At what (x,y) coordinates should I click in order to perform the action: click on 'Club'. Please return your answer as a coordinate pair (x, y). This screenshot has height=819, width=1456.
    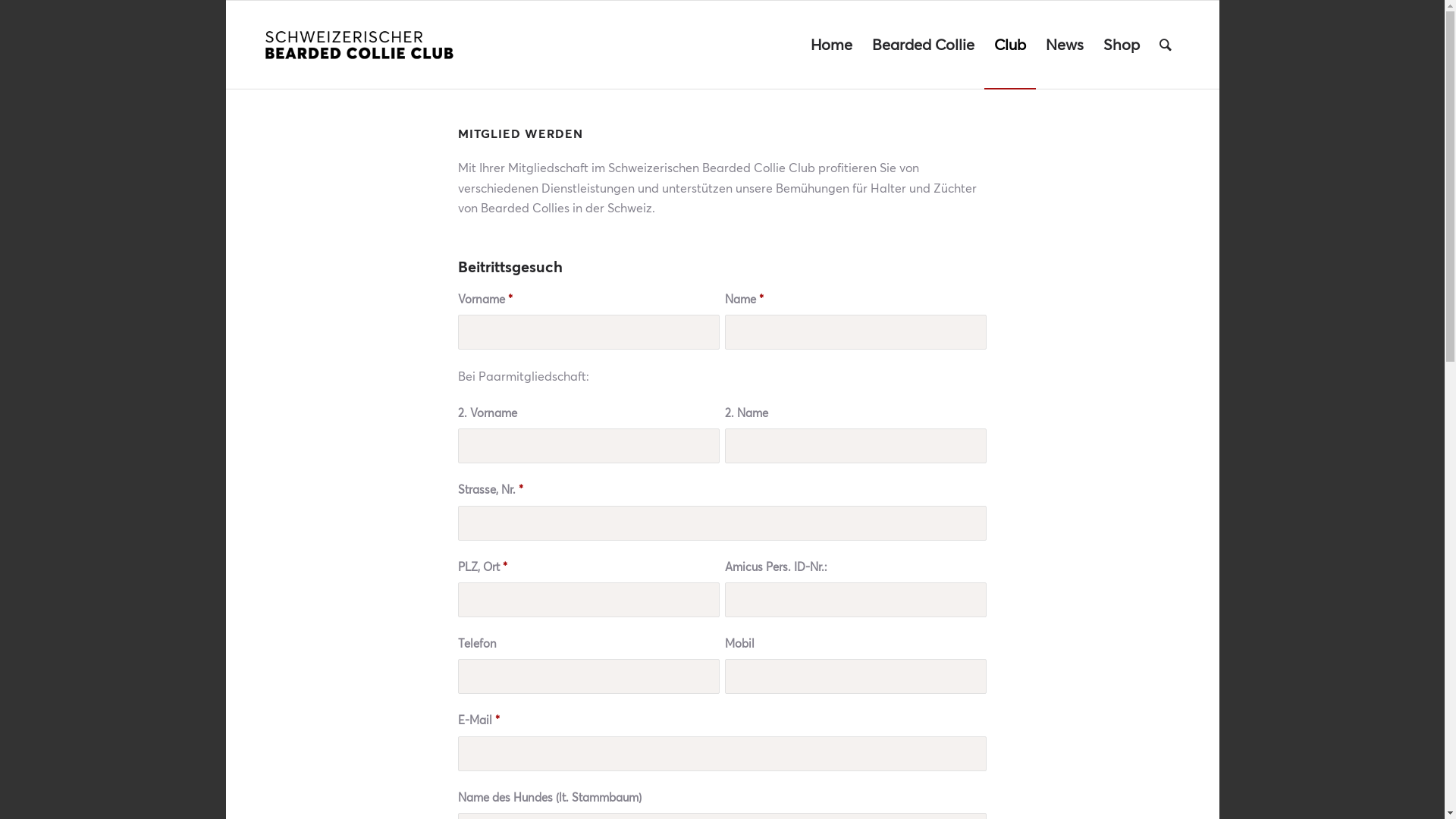
    Looking at the image, I should click on (1009, 43).